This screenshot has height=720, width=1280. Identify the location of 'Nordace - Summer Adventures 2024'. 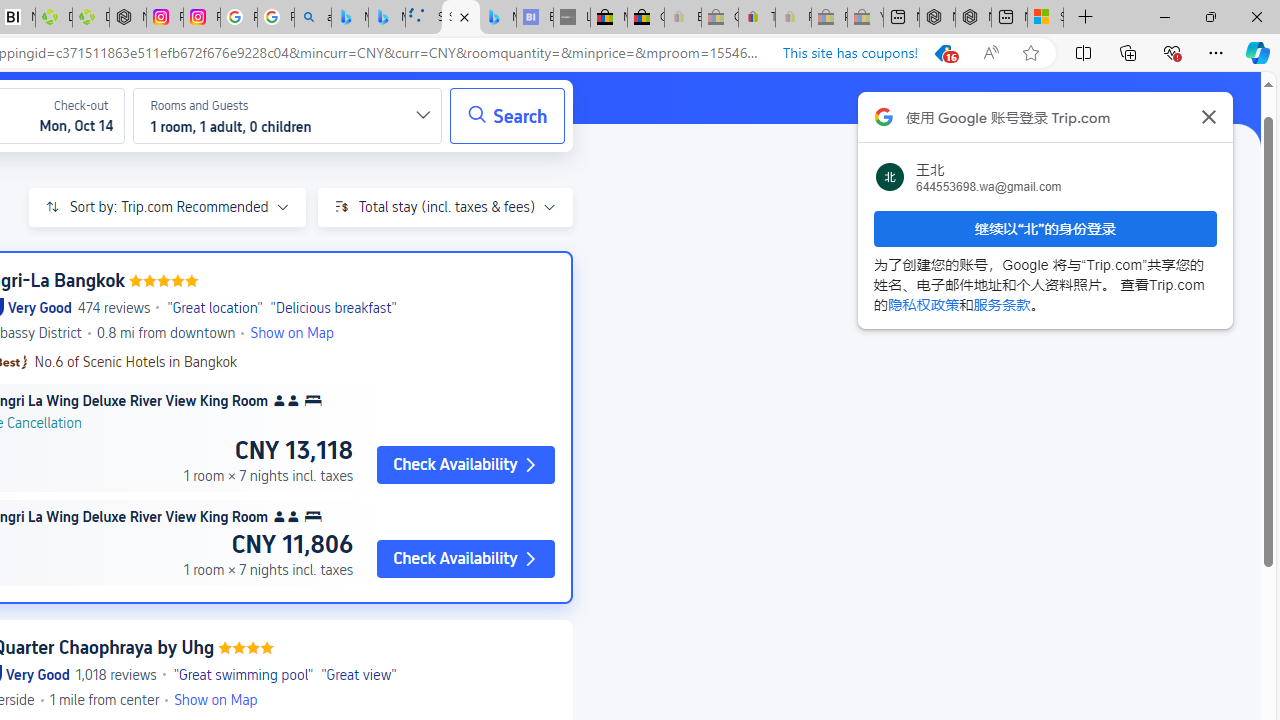
(973, 17).